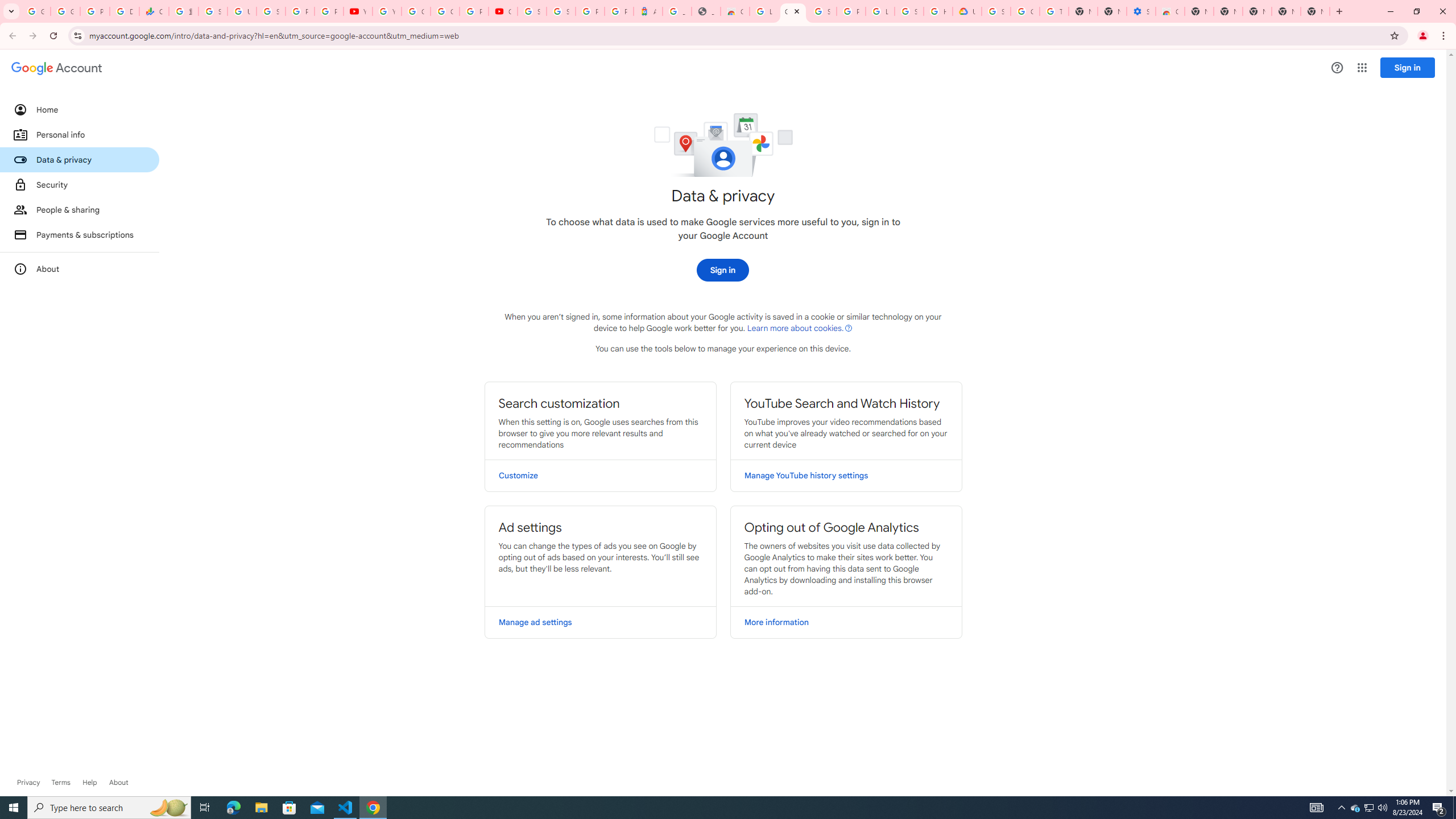  What do you see at coordinates (56, 68) in the screenshot?
I see `'Google Account settings'` at bounding box center [56, 68].